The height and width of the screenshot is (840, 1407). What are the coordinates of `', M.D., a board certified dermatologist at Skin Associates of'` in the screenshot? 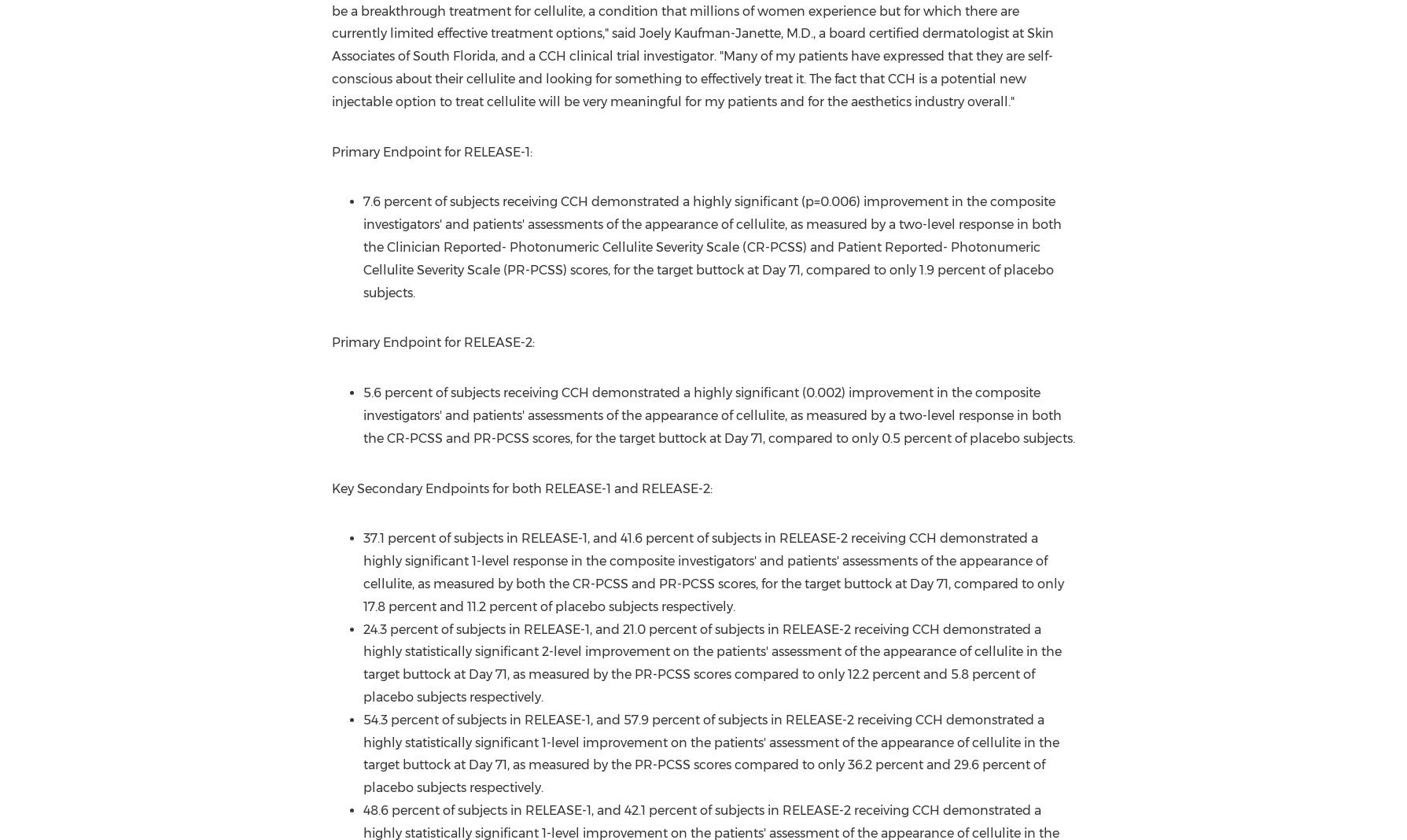 It's located at (331, 44).